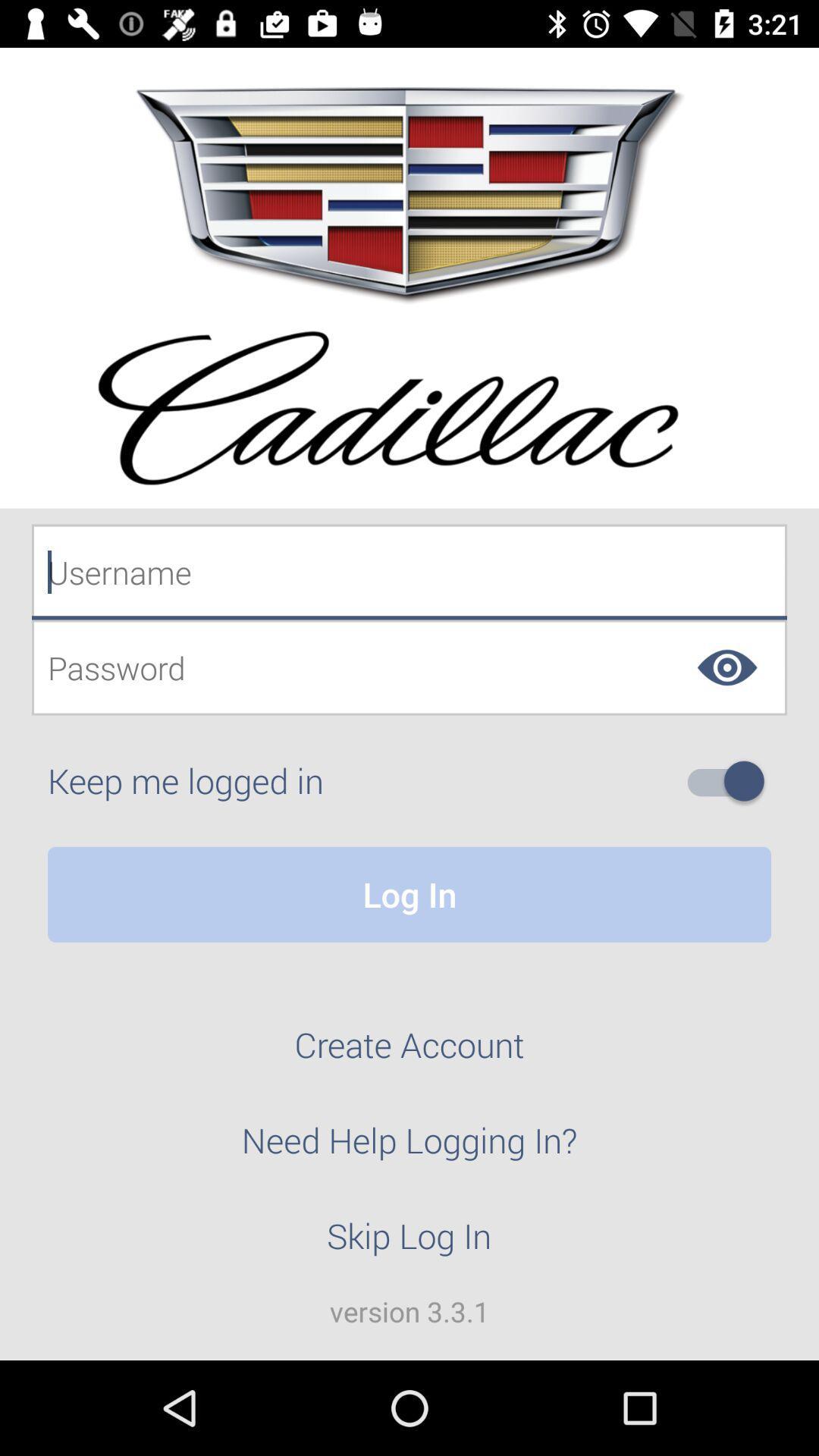  I want to click on the need help logging item, so click(409, 1149).